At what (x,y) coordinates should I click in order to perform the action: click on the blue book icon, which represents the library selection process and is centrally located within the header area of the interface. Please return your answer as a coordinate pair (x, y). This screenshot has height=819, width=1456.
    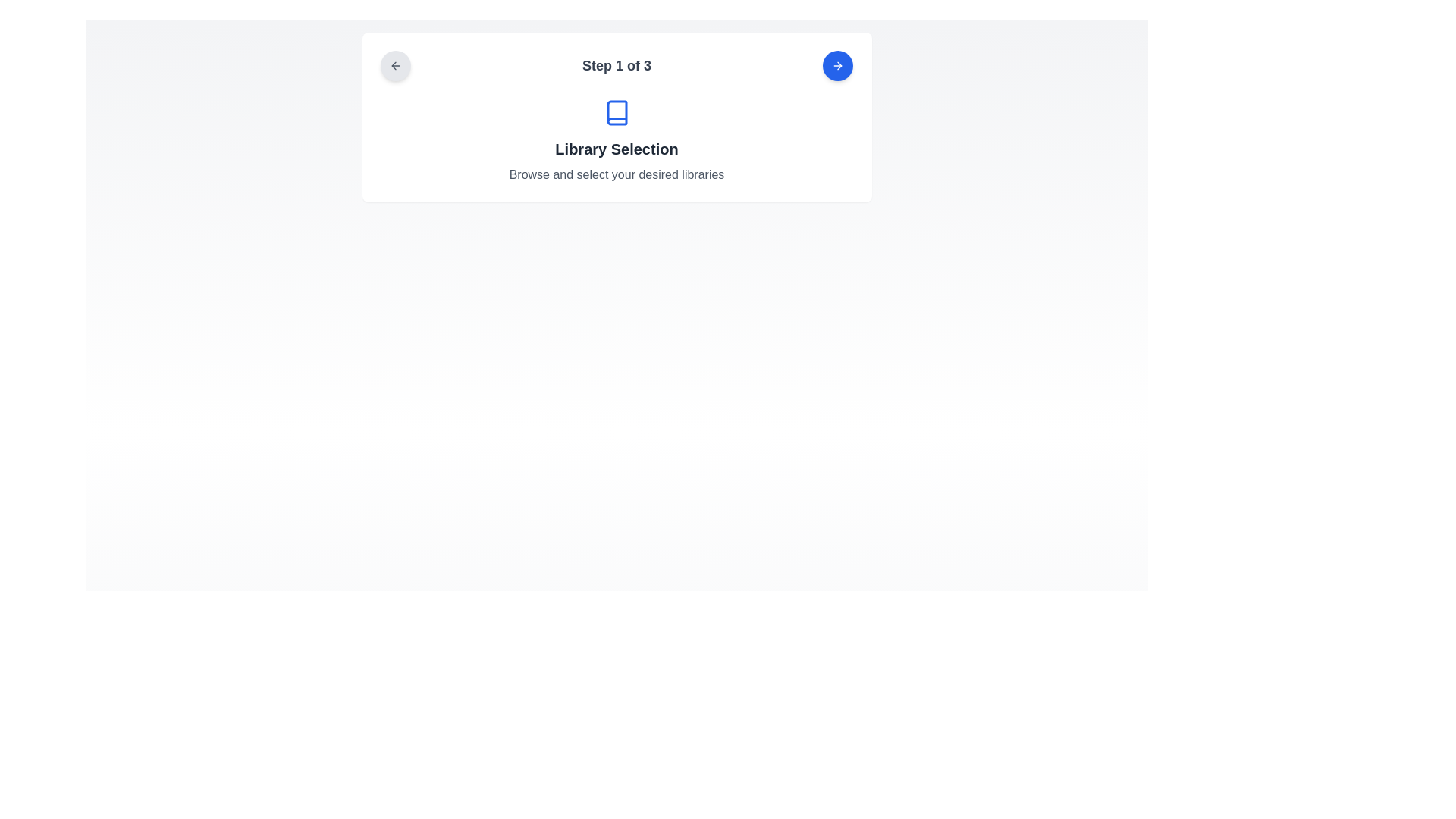
    Looking at the image, I should click on (617, 112).